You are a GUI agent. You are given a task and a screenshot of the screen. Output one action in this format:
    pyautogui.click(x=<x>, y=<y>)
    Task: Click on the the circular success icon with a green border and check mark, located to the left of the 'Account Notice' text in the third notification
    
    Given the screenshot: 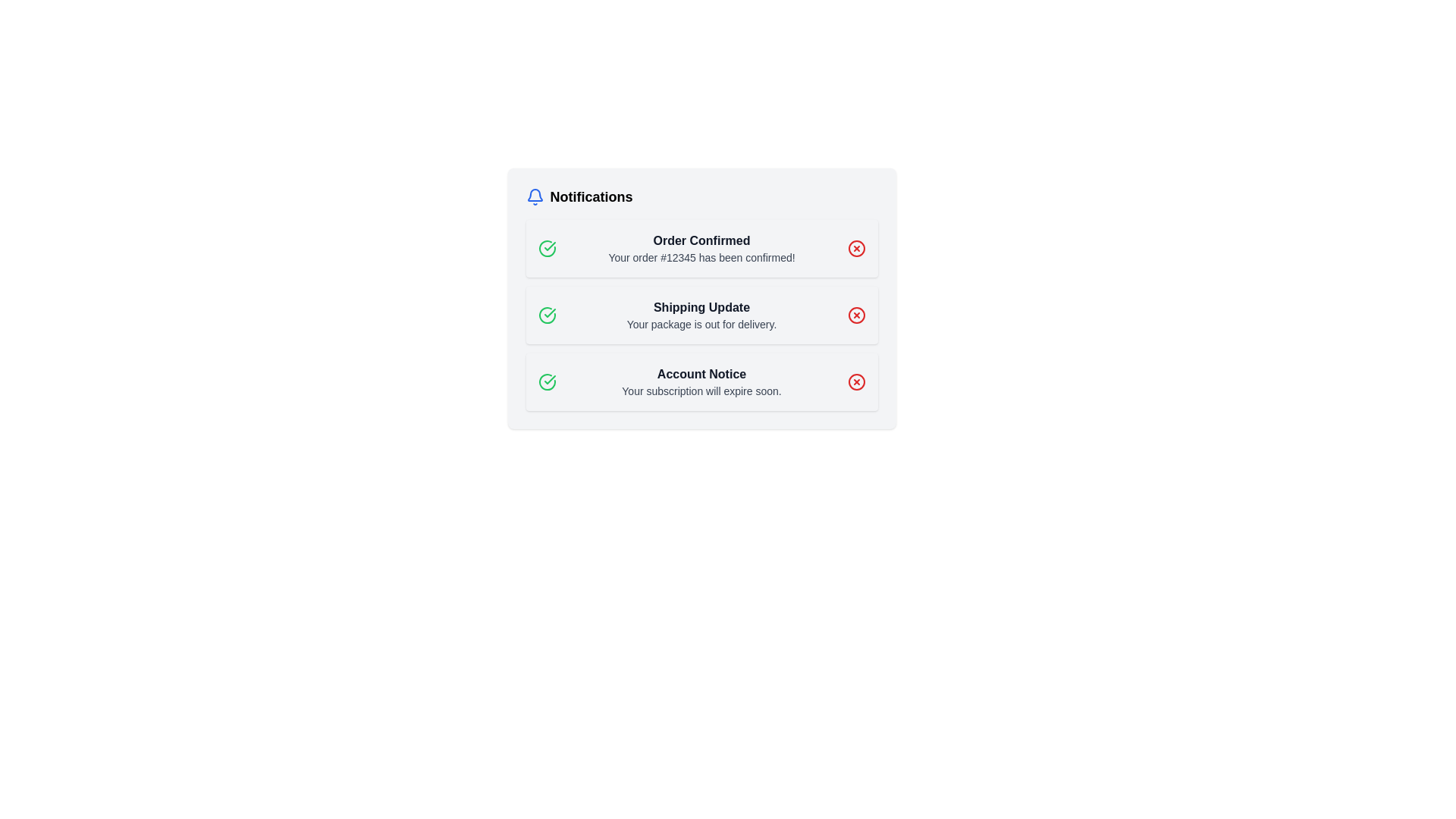 What is the action you would take?
    pyautogui.click(x=546, y=381)
    